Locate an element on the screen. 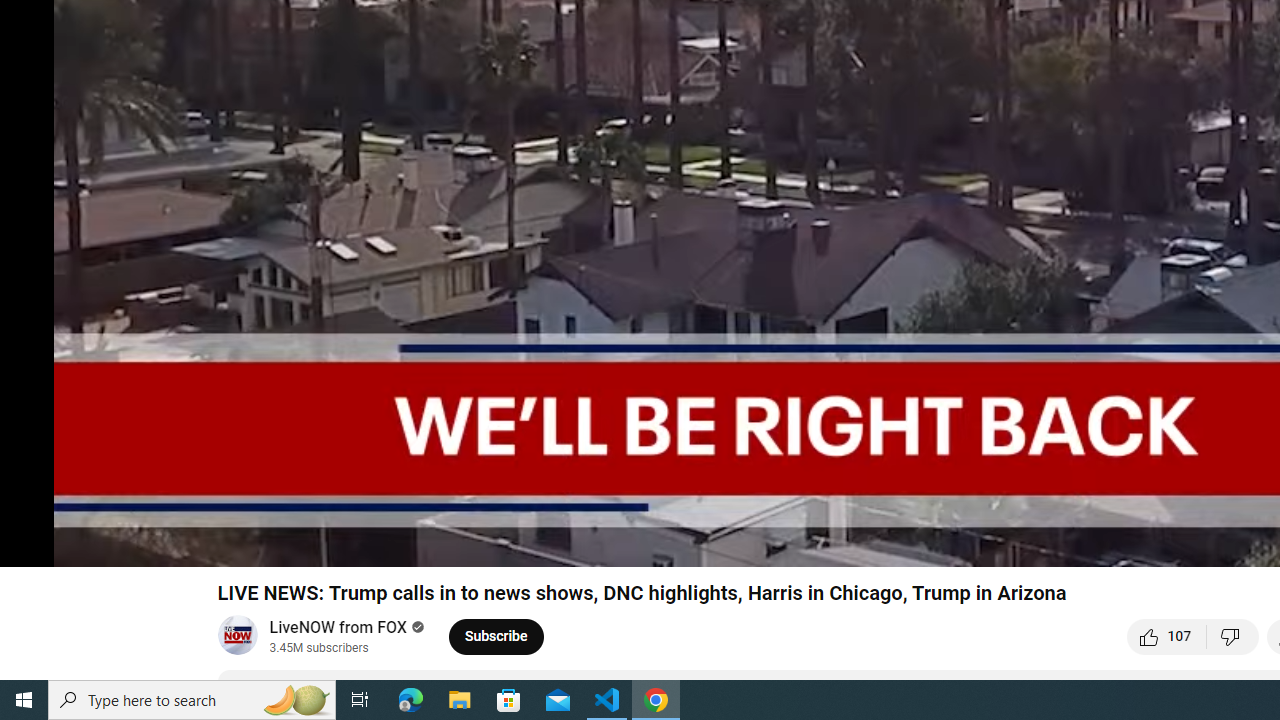 The height and width of the screenshot is (720, 1280). 'like this video along with 107 other people' is located at coordinates (1167, 636).